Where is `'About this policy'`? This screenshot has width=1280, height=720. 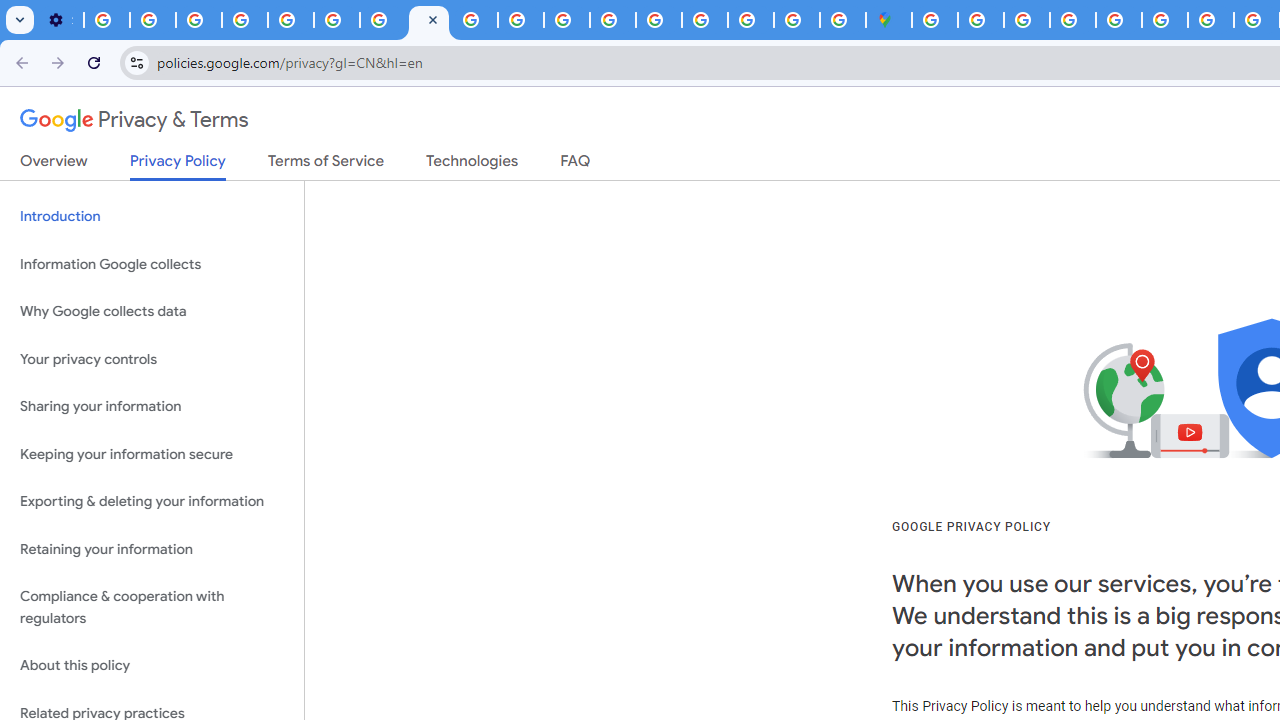 'About this policy' is located at coordinates (151, 666).